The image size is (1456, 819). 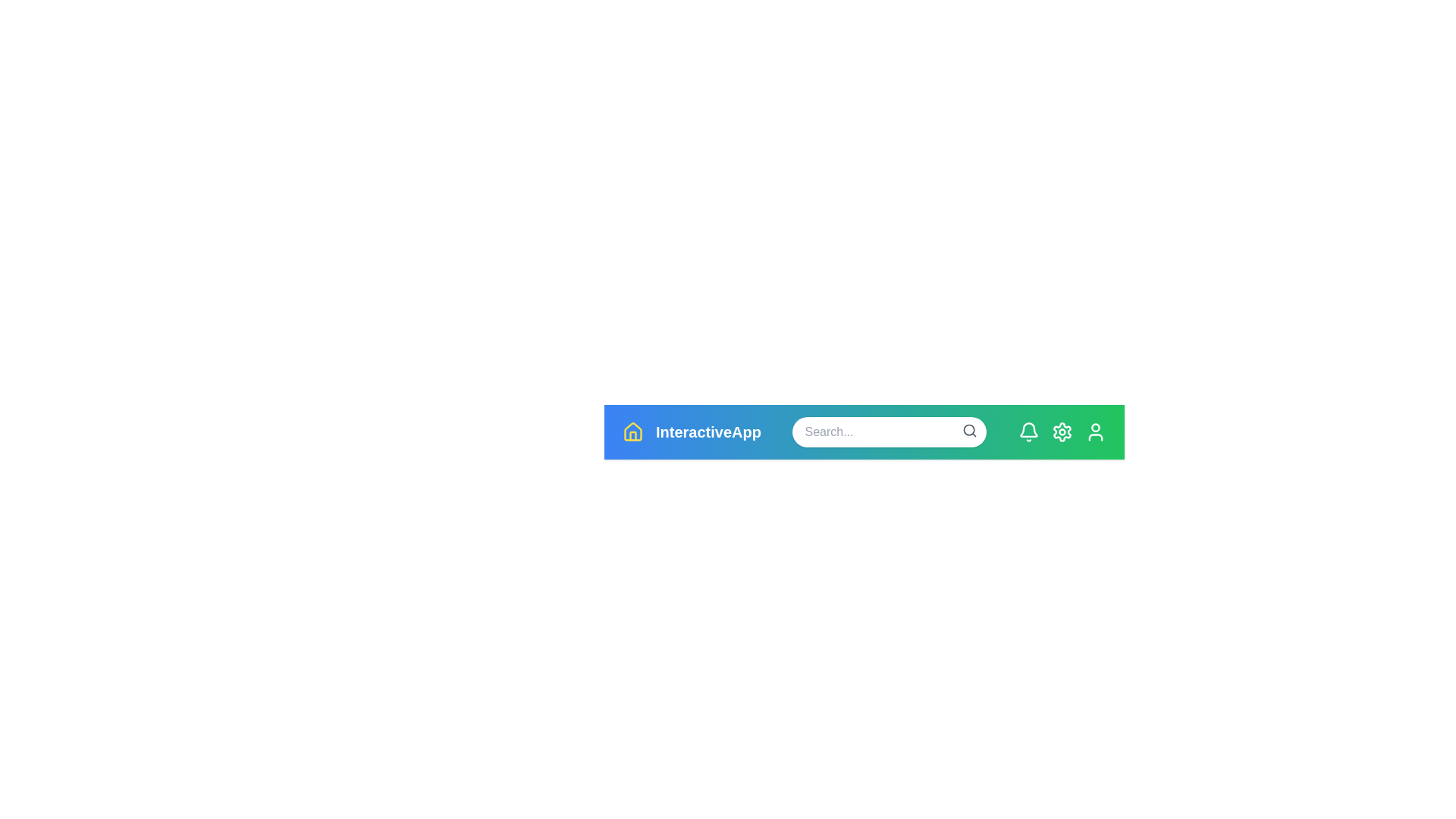 I want to click on the home icon to navigate to the home section, so click(x=633, y=432).